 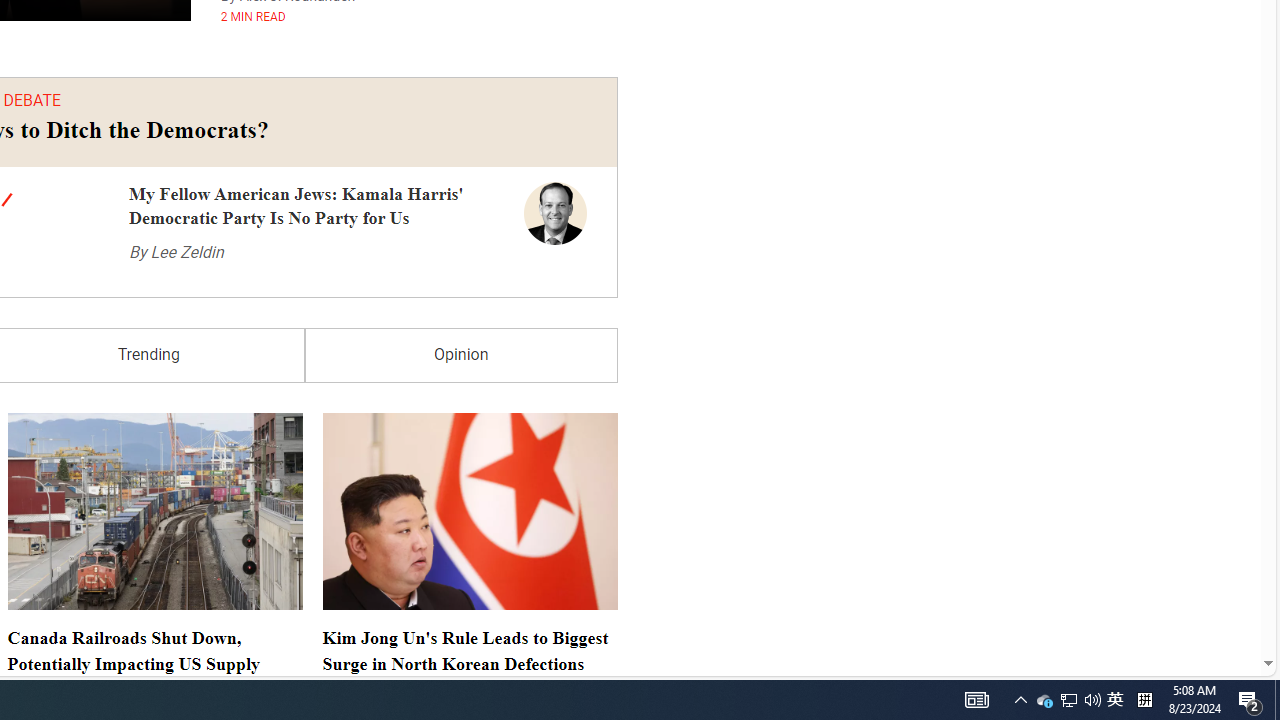 I want to click on 'Notification Chevron', so click(x=1020, y=698).